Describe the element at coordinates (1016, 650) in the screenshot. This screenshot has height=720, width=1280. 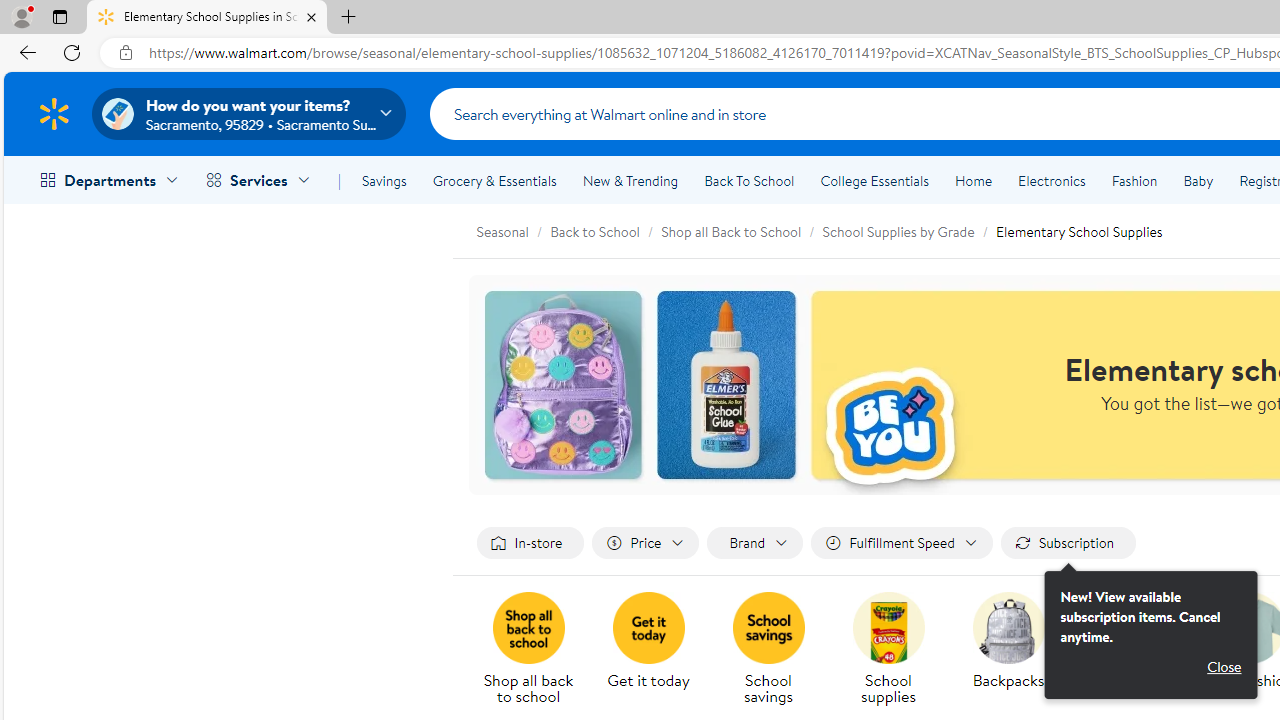
I see `'Backpacks'` at that location.